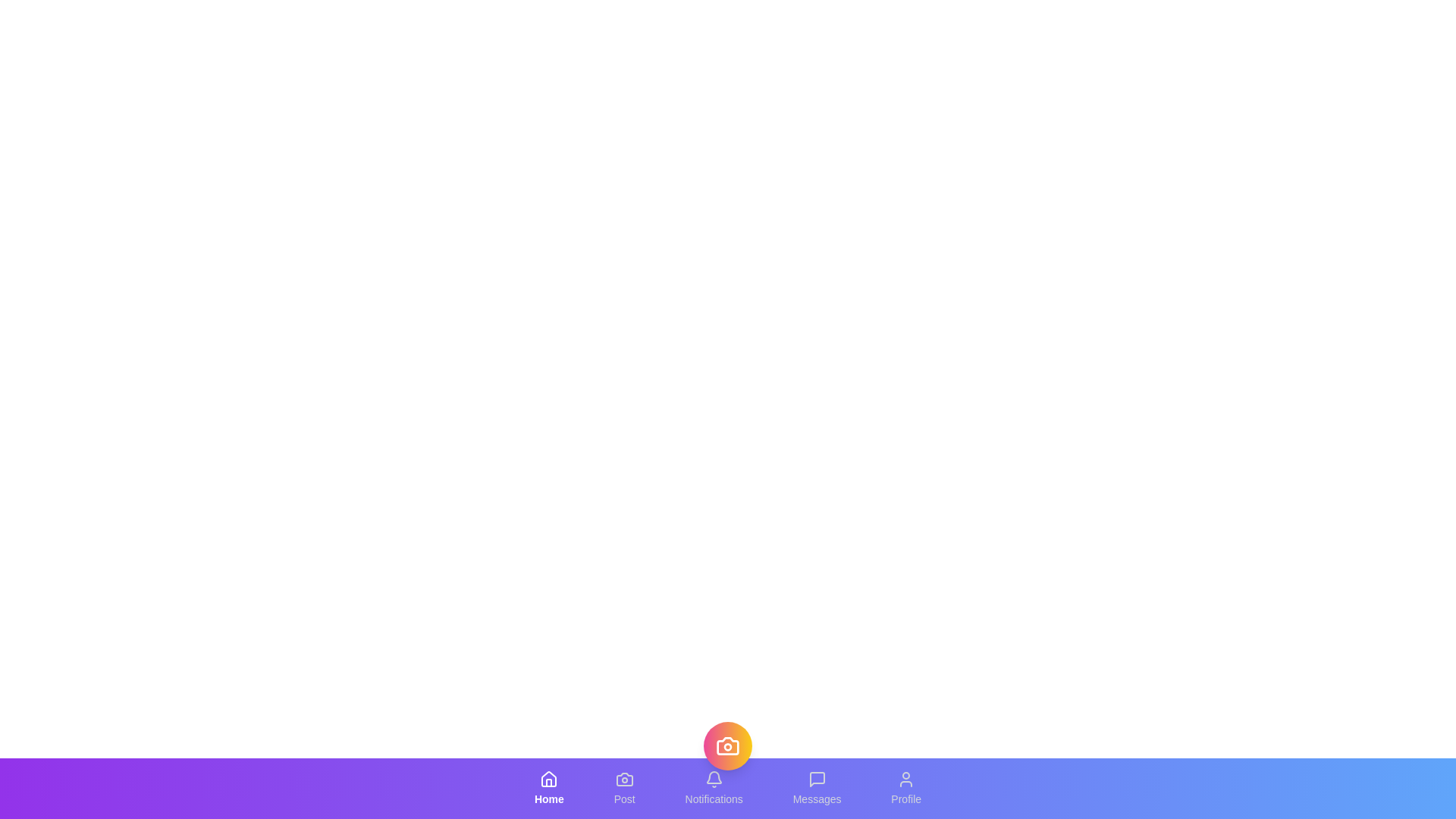  Describe the element at coordinates (713, 788) in the screenshot. I see `the tab labeled Notifications to observe the visual effect` at that location.